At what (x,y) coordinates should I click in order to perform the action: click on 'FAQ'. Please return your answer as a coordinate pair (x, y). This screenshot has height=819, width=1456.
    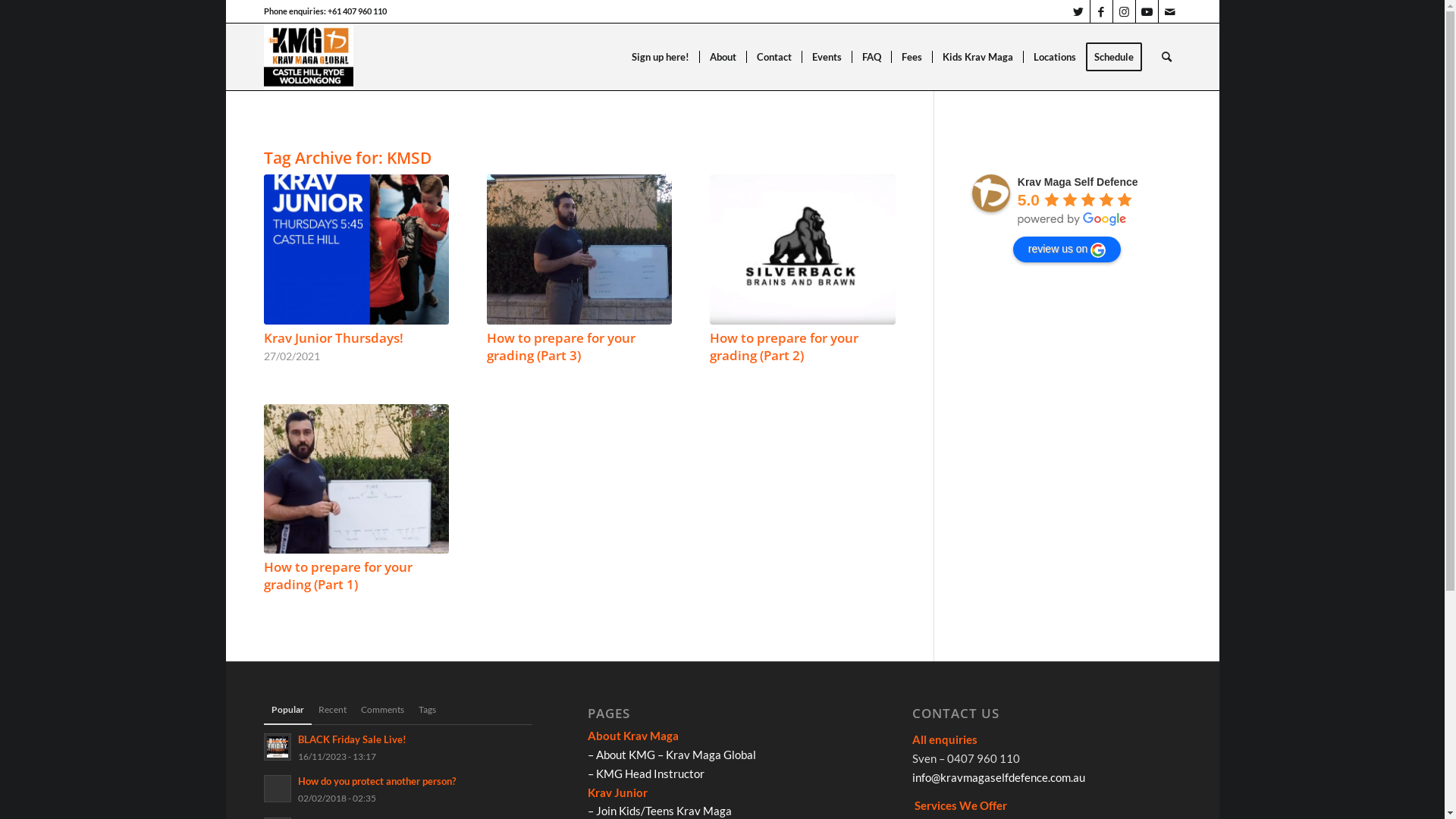
    Looking at the image, I should click on (870, 55).